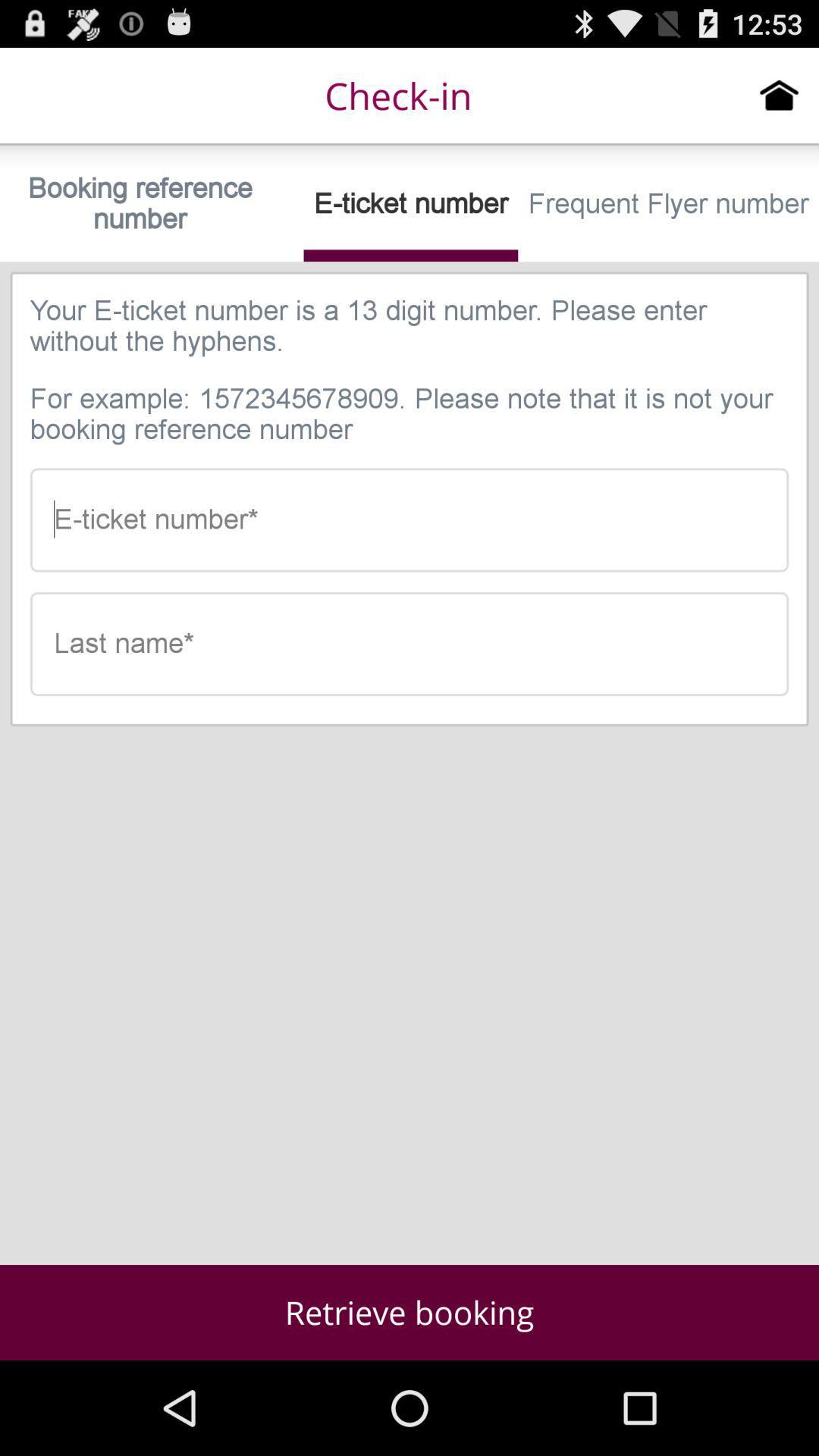 The image size is (819, 1456). What do you see at coordinates (779, 94) in the screenshot?
I see `click home icon` at bounding box center [779, 94].